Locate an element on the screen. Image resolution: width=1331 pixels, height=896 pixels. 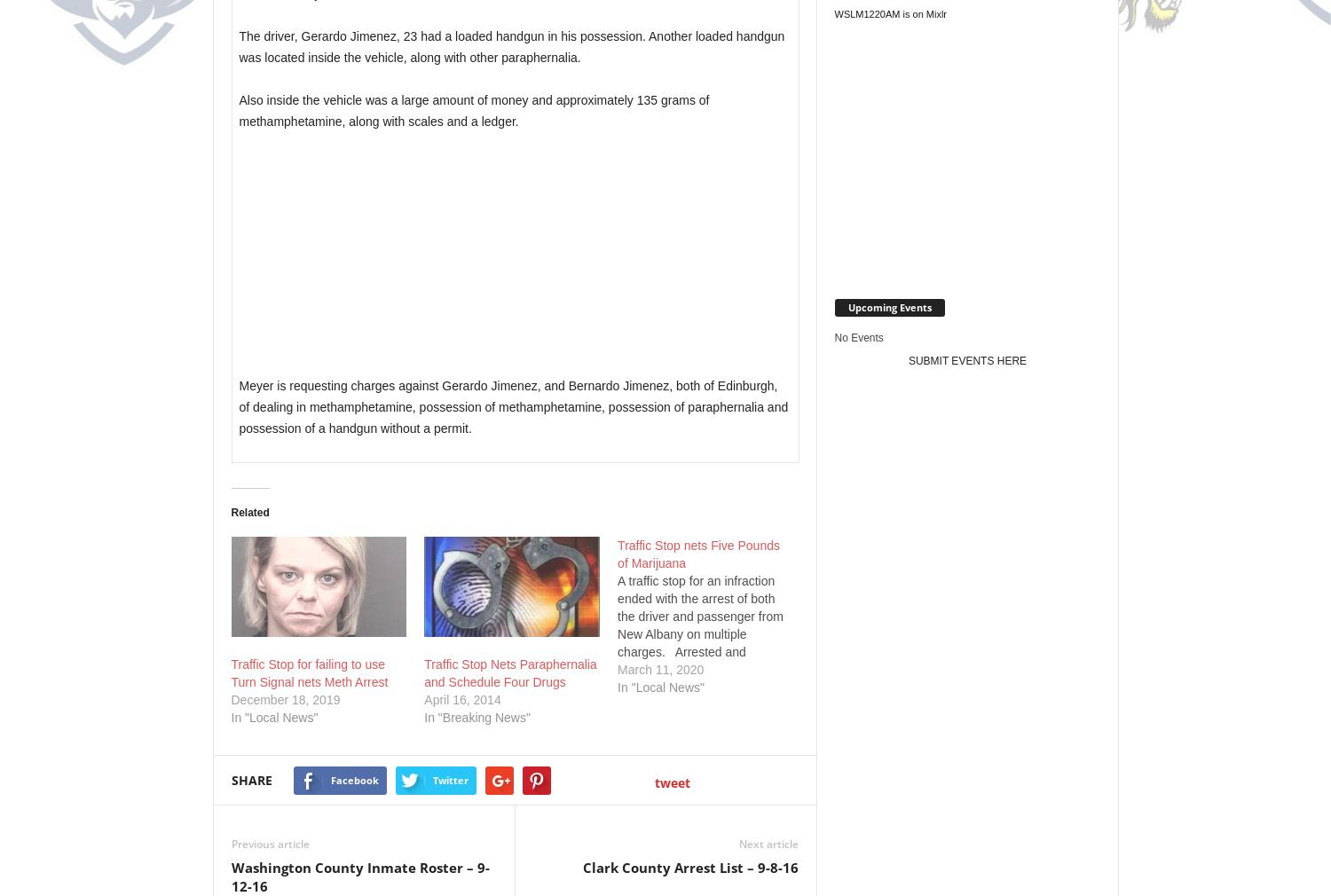
'Twitter' is located at coordinates (450, 779).